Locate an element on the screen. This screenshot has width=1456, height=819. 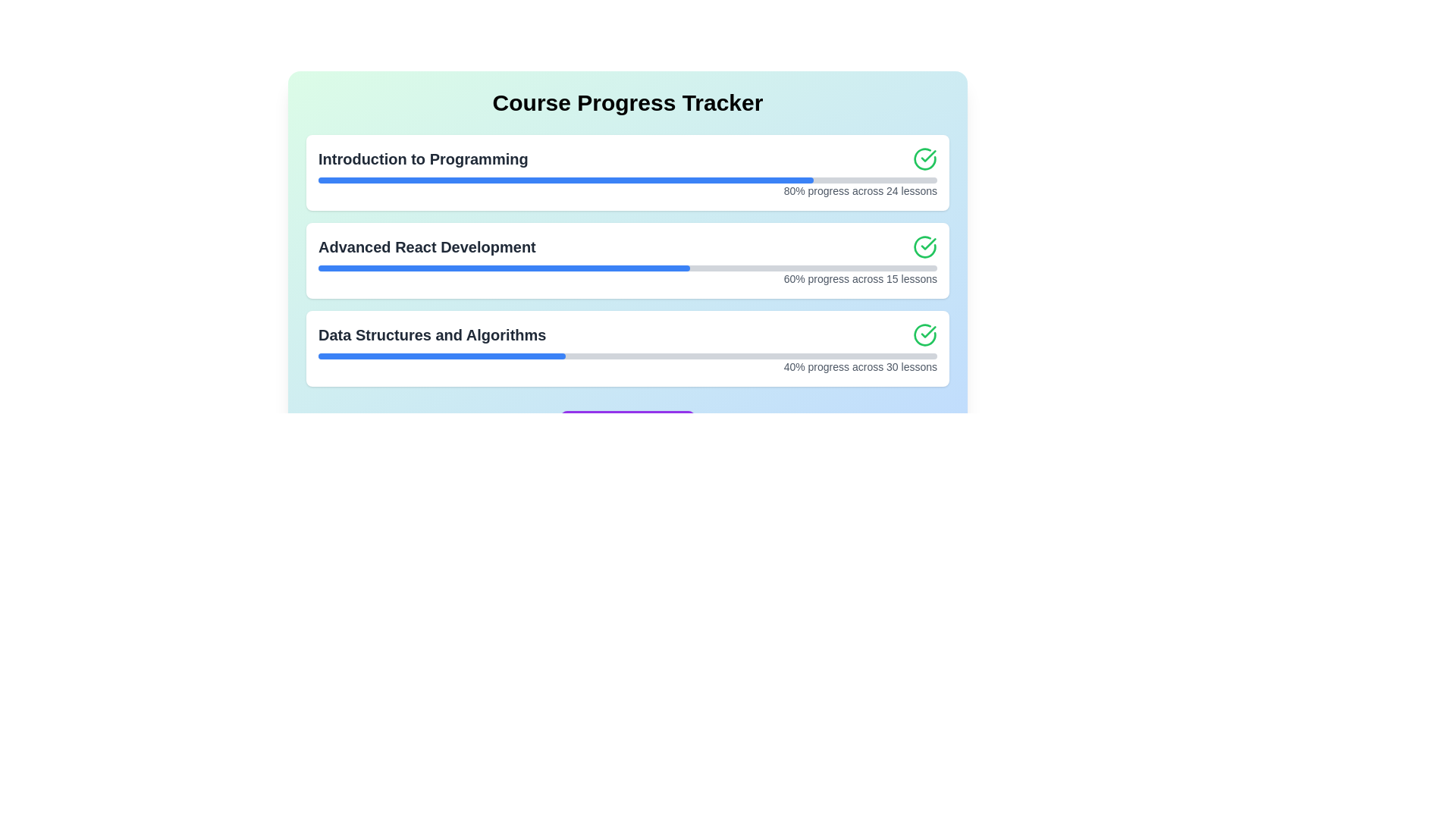
the gray progress bar labeled 'Data Structures and Algorithms' that indicates 40% progress across 30 lessons is located at coordinates (628, 356).